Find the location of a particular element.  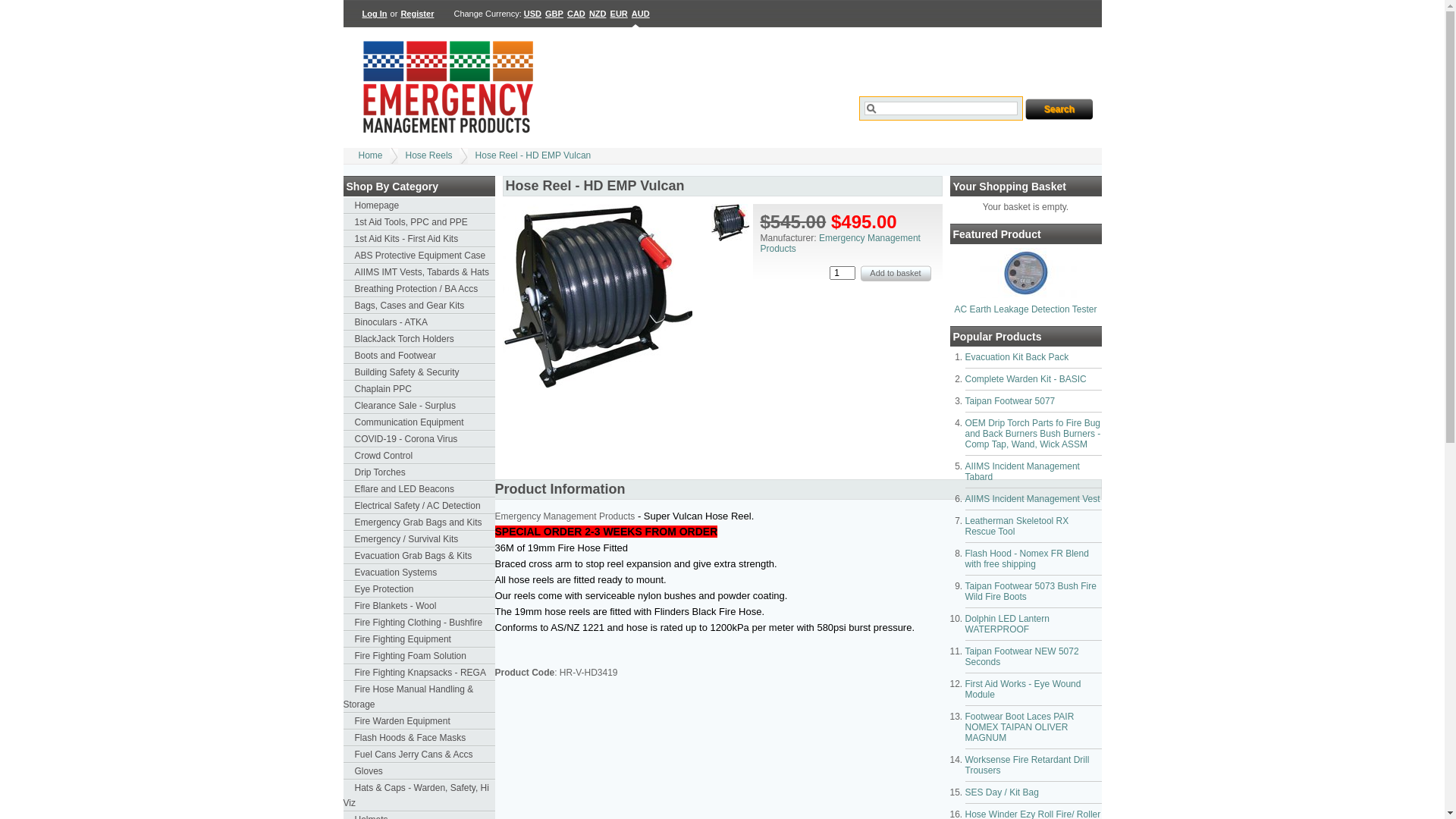

'Search our store' is located at coordinates (940, 107).